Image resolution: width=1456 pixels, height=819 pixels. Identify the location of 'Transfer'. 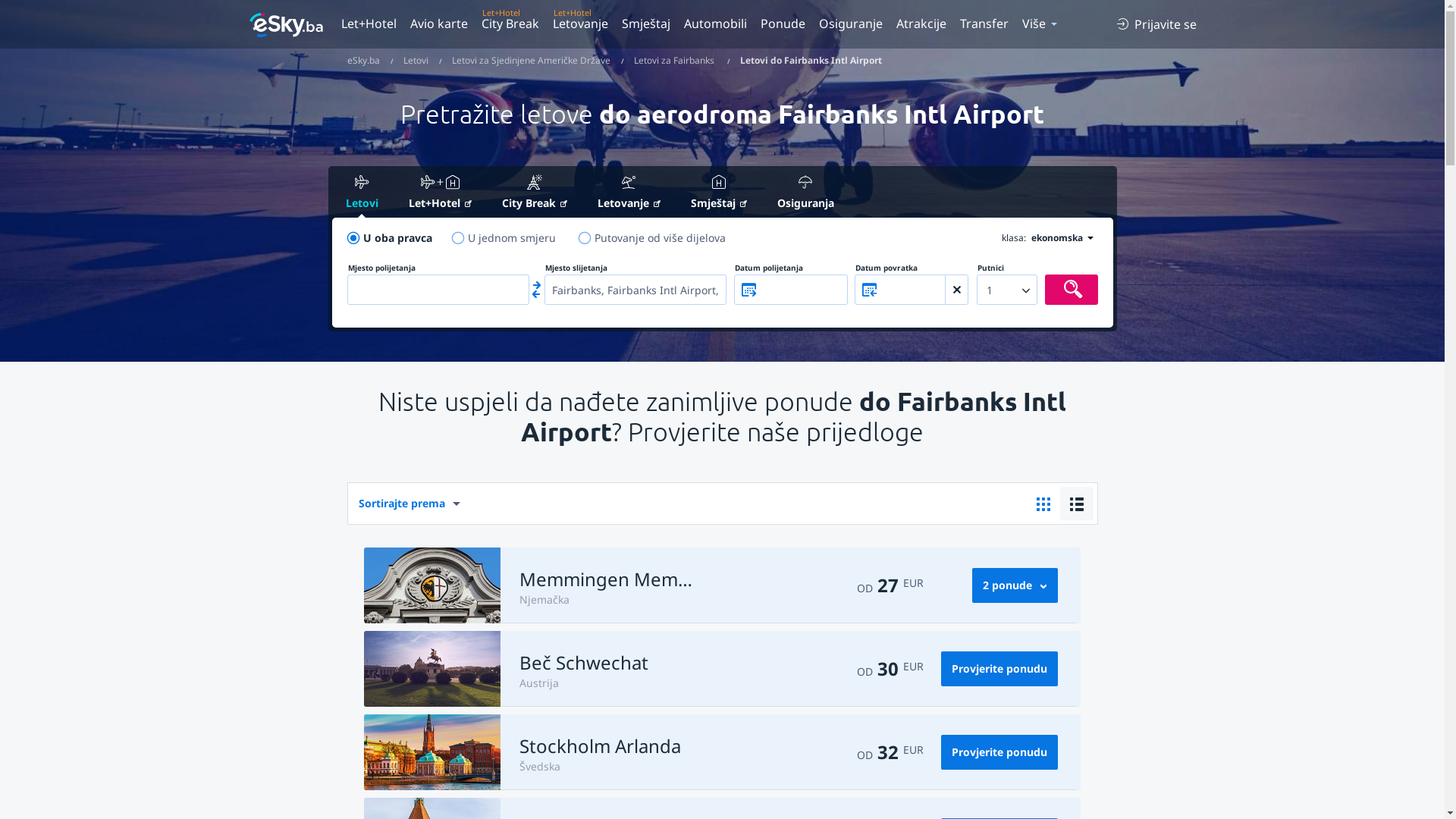
(983, 23).